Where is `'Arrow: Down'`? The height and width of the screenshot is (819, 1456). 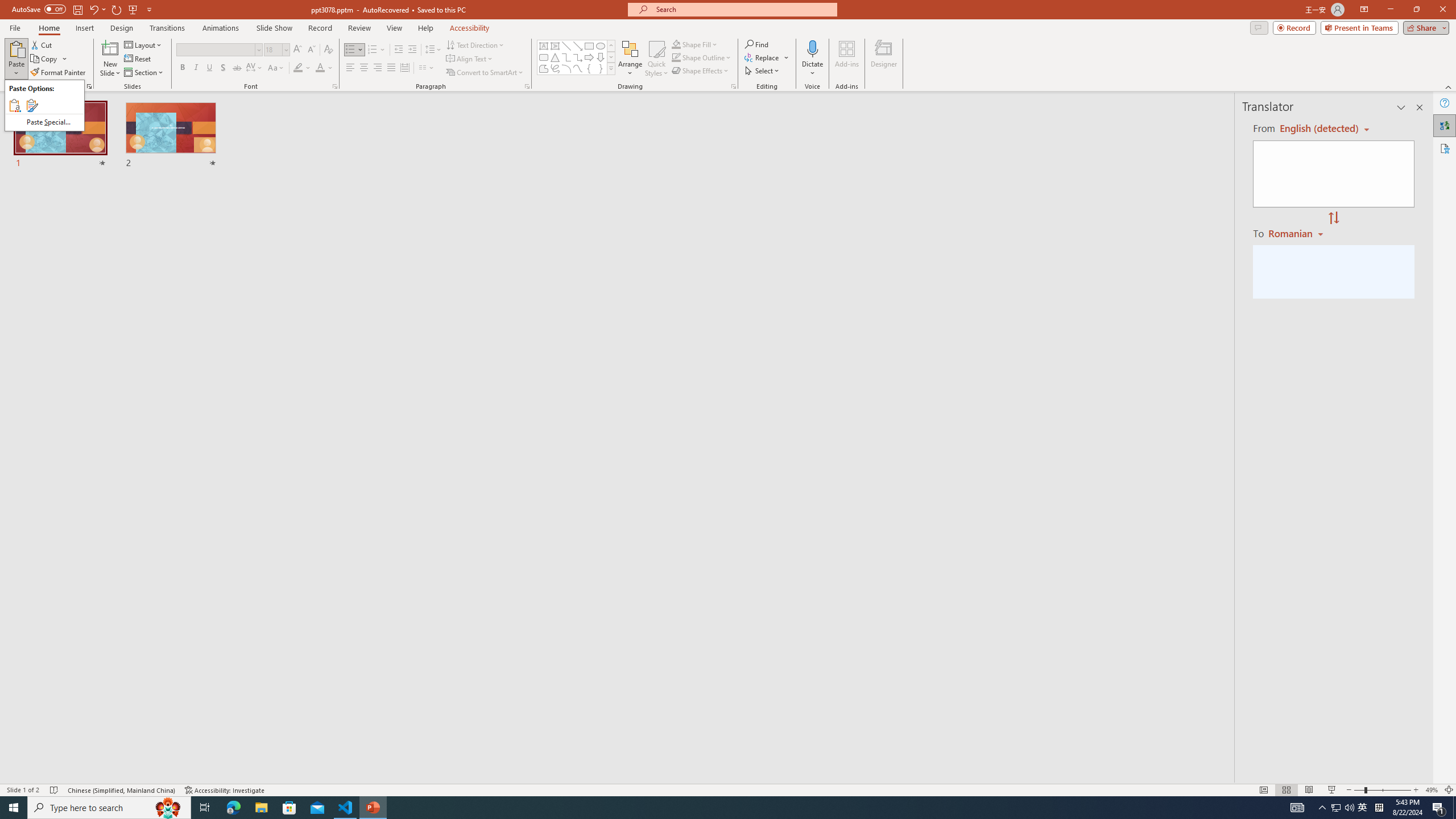
'Arrow: Down' is located at coordinates (600, 56).